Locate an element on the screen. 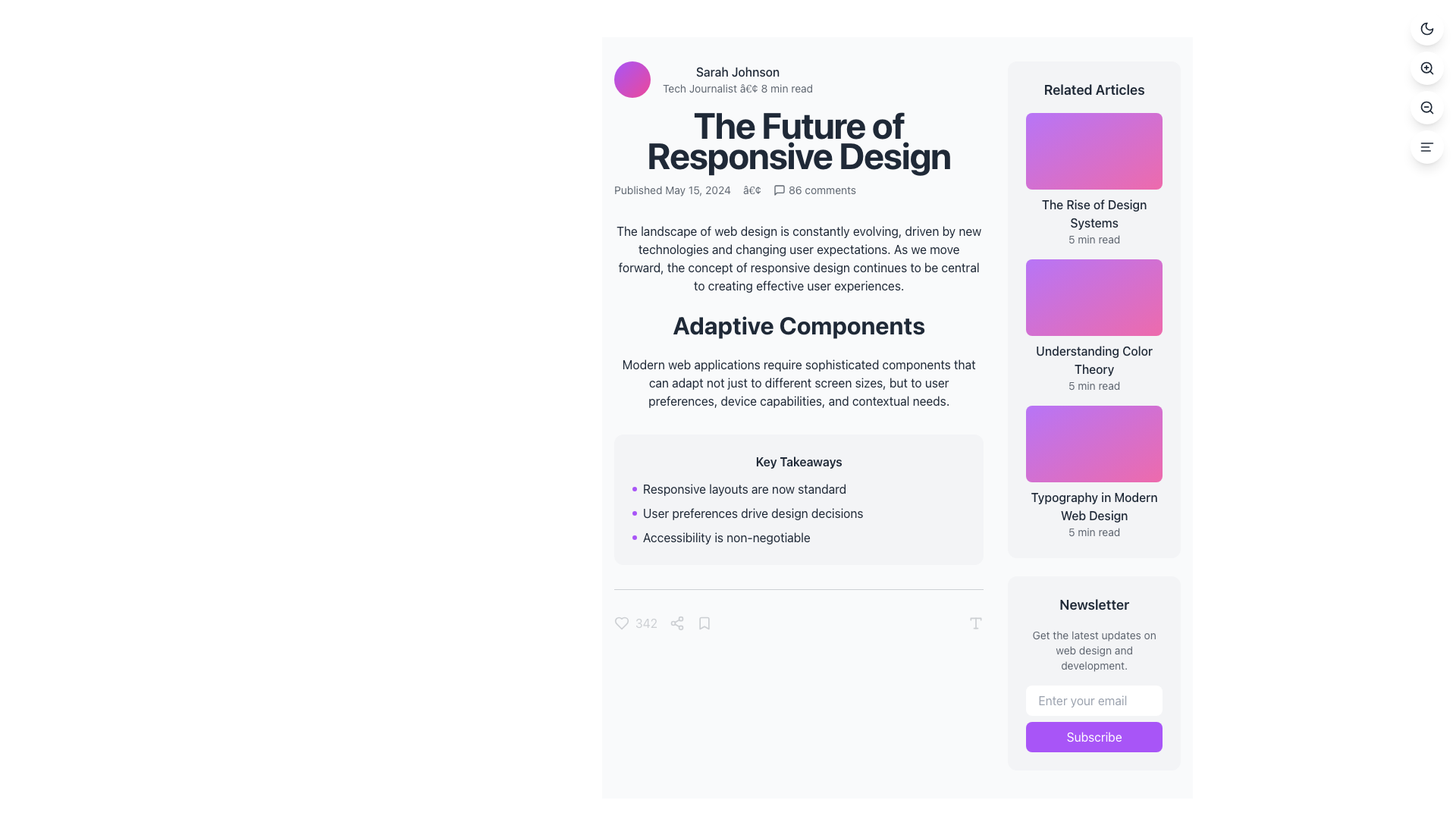 This screenshot has width=1456, height=819. the descriptive text element located in the 'Newsletter' section, positioned beneath the heading 'Newsletter' and above the email input box is located at coordinates (1094, 650).